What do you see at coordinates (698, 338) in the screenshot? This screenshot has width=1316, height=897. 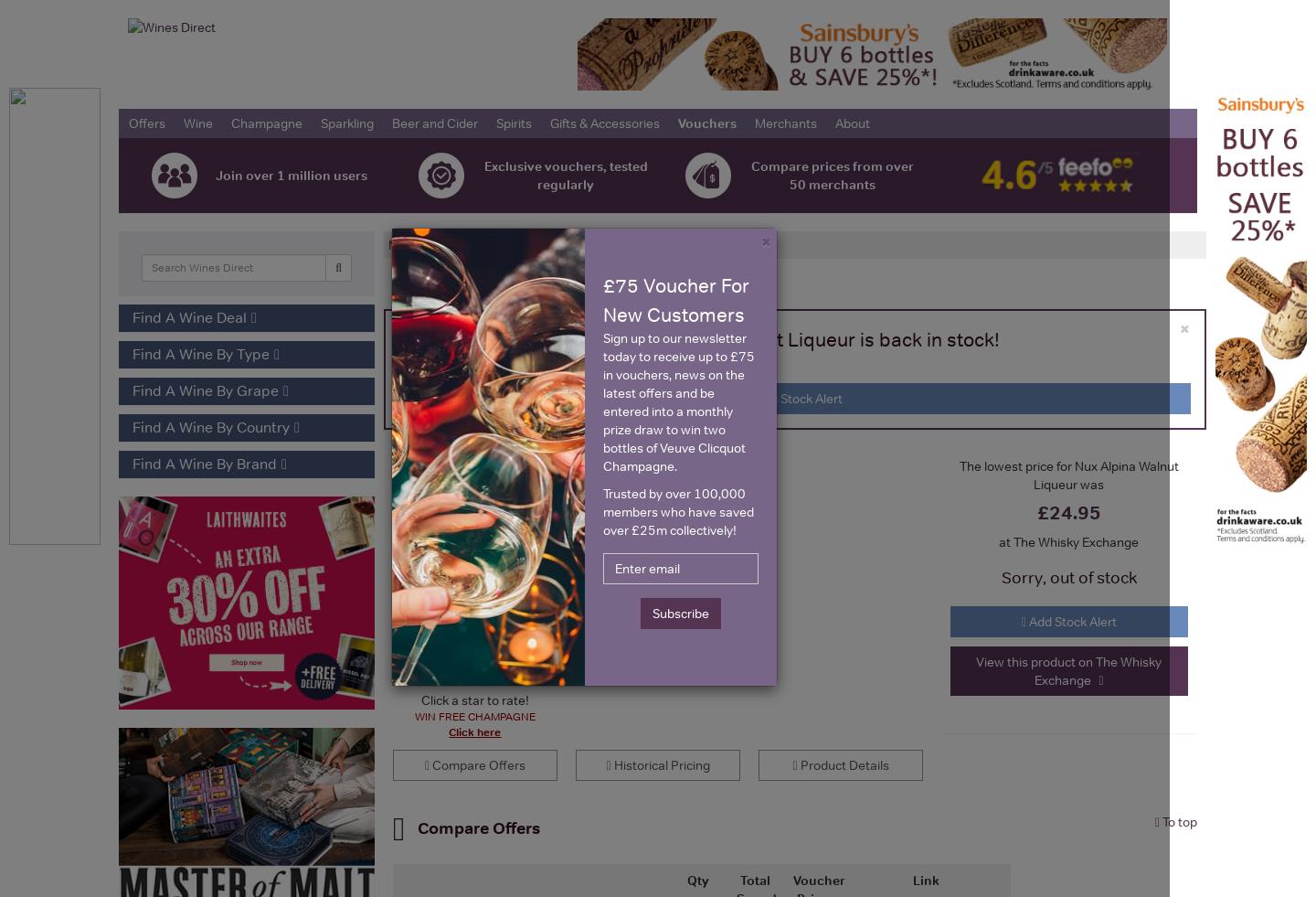 I see `'Be the first to know when Nux Alpina Walnut Liqueur is back in stock!'` at bounding box center [698, 338].